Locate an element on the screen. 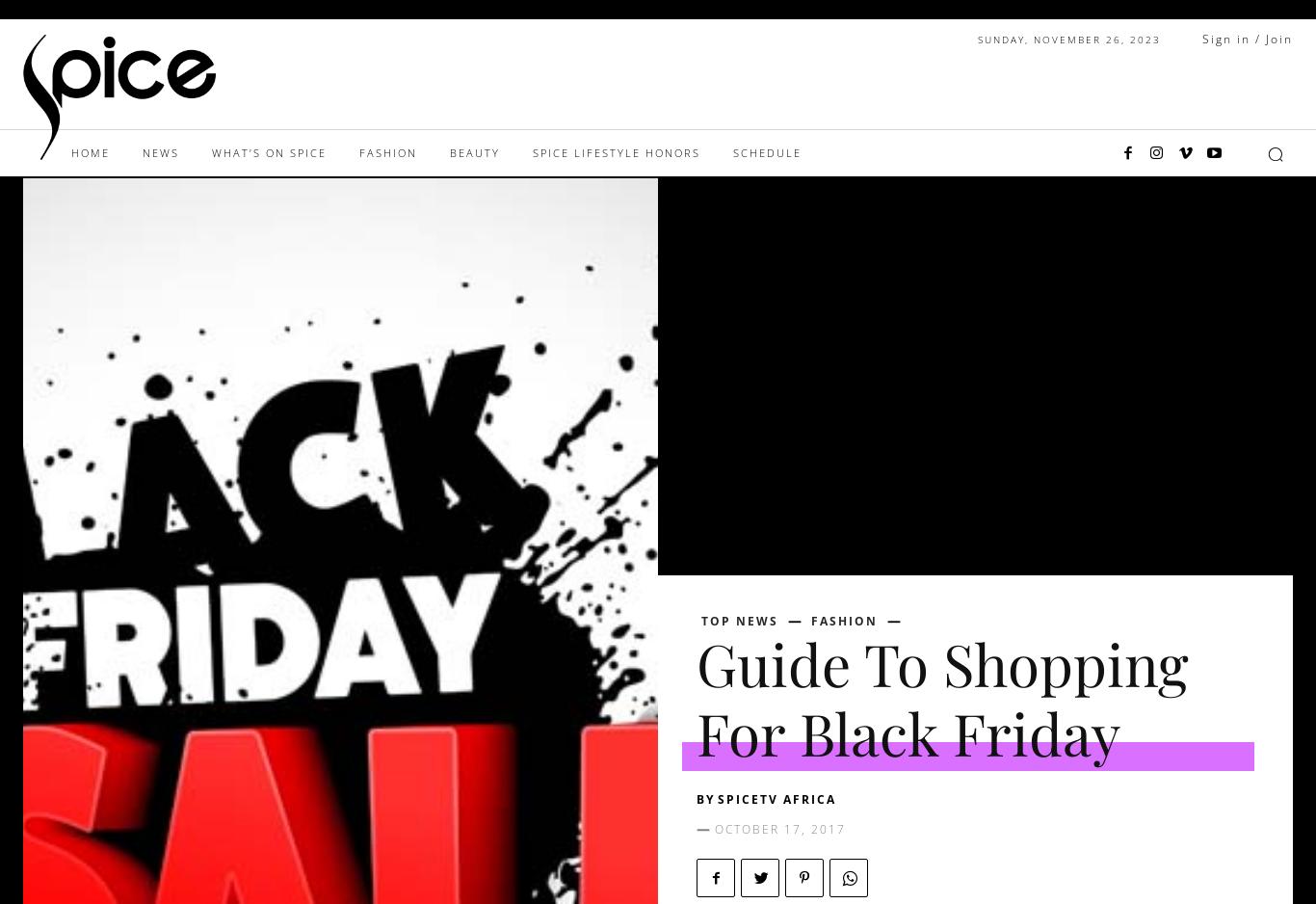  'Top News' is located at coordinates (700, 620).